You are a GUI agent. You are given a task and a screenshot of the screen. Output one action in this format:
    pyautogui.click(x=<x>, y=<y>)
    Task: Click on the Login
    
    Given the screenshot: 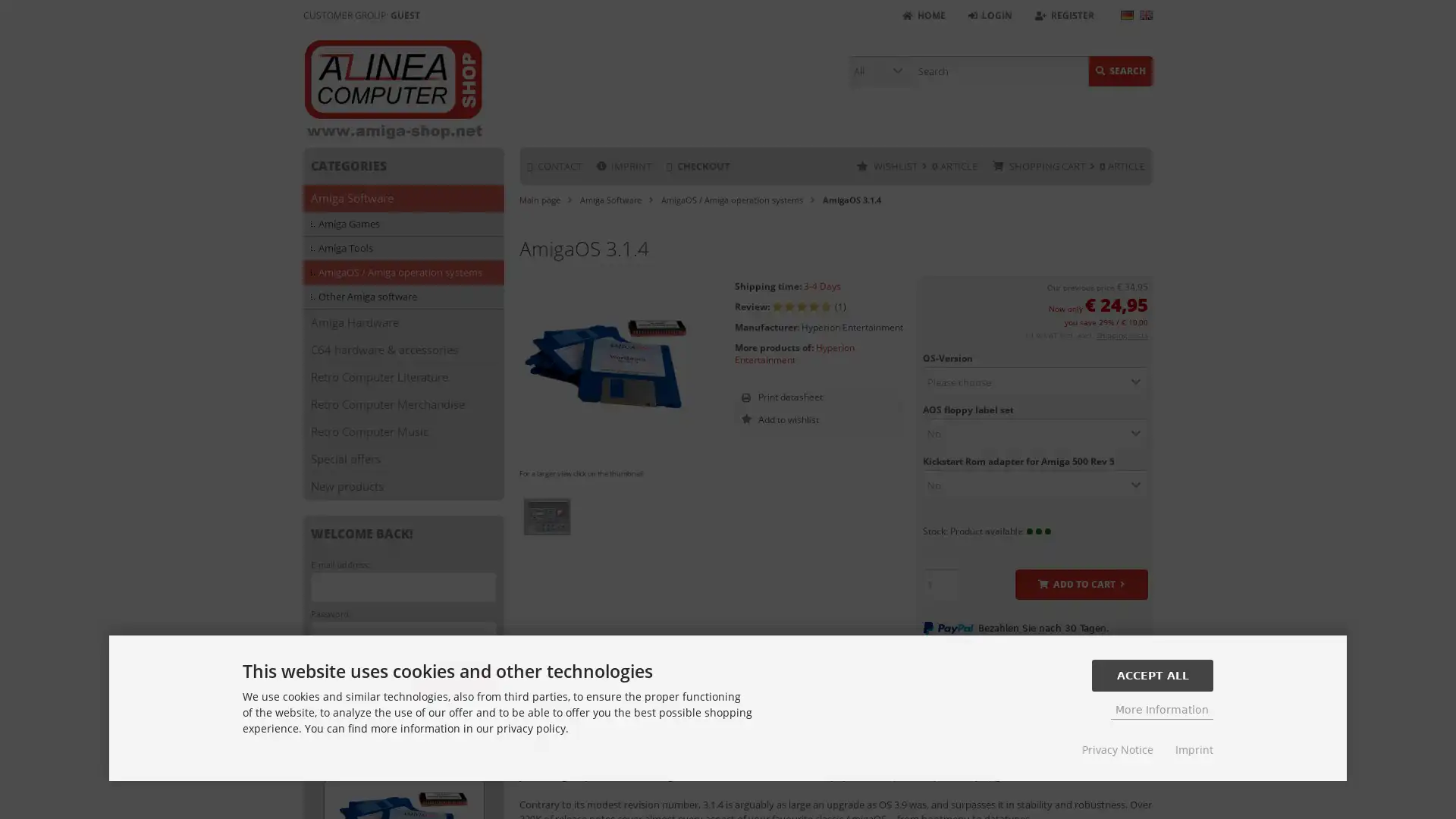 What is the action you would take?
    pyautogui.click(x=454, y=675)
    